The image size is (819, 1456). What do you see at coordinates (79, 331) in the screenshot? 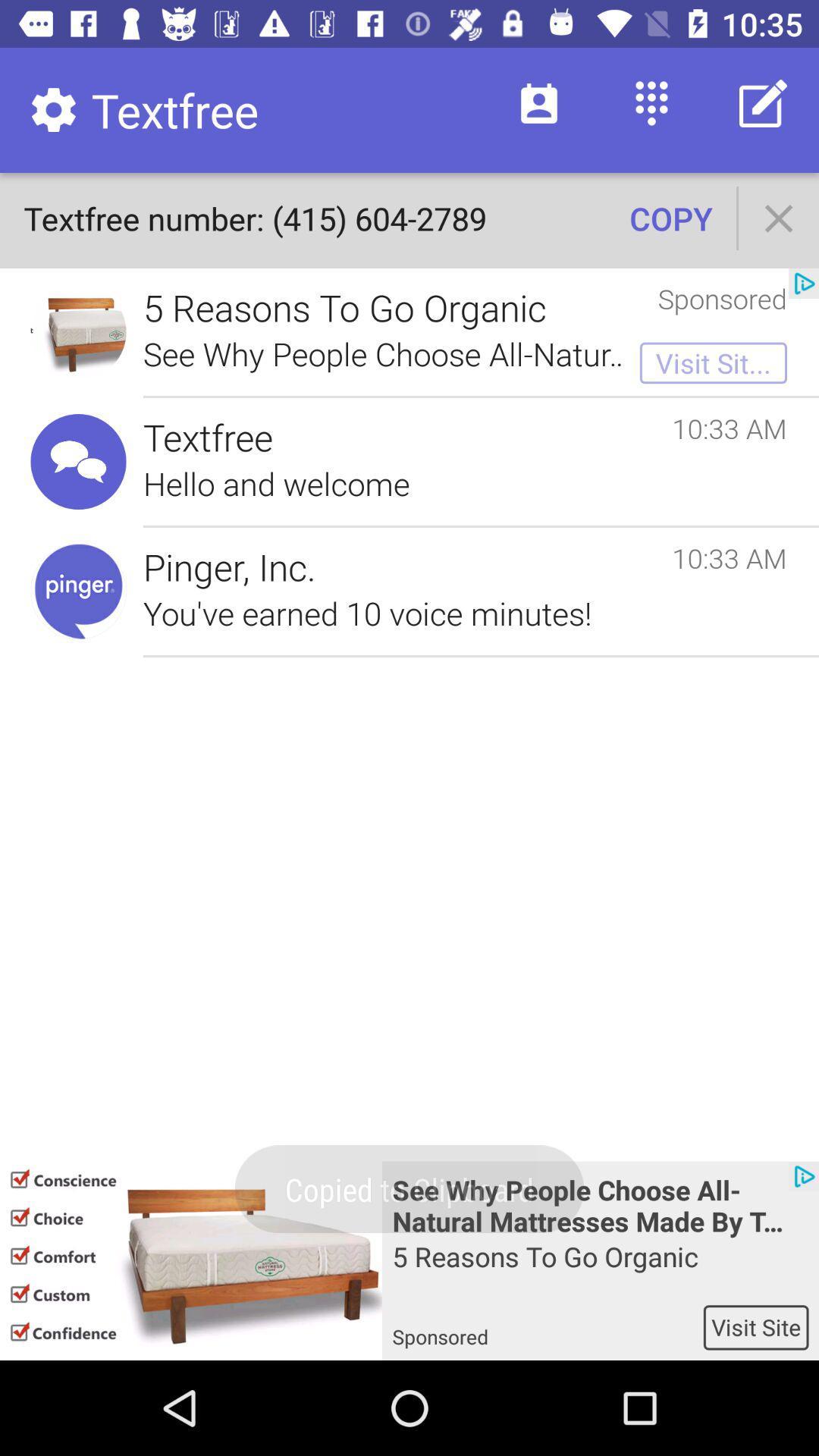
I see `the first image on the web page` at bounding box center [79, 331].